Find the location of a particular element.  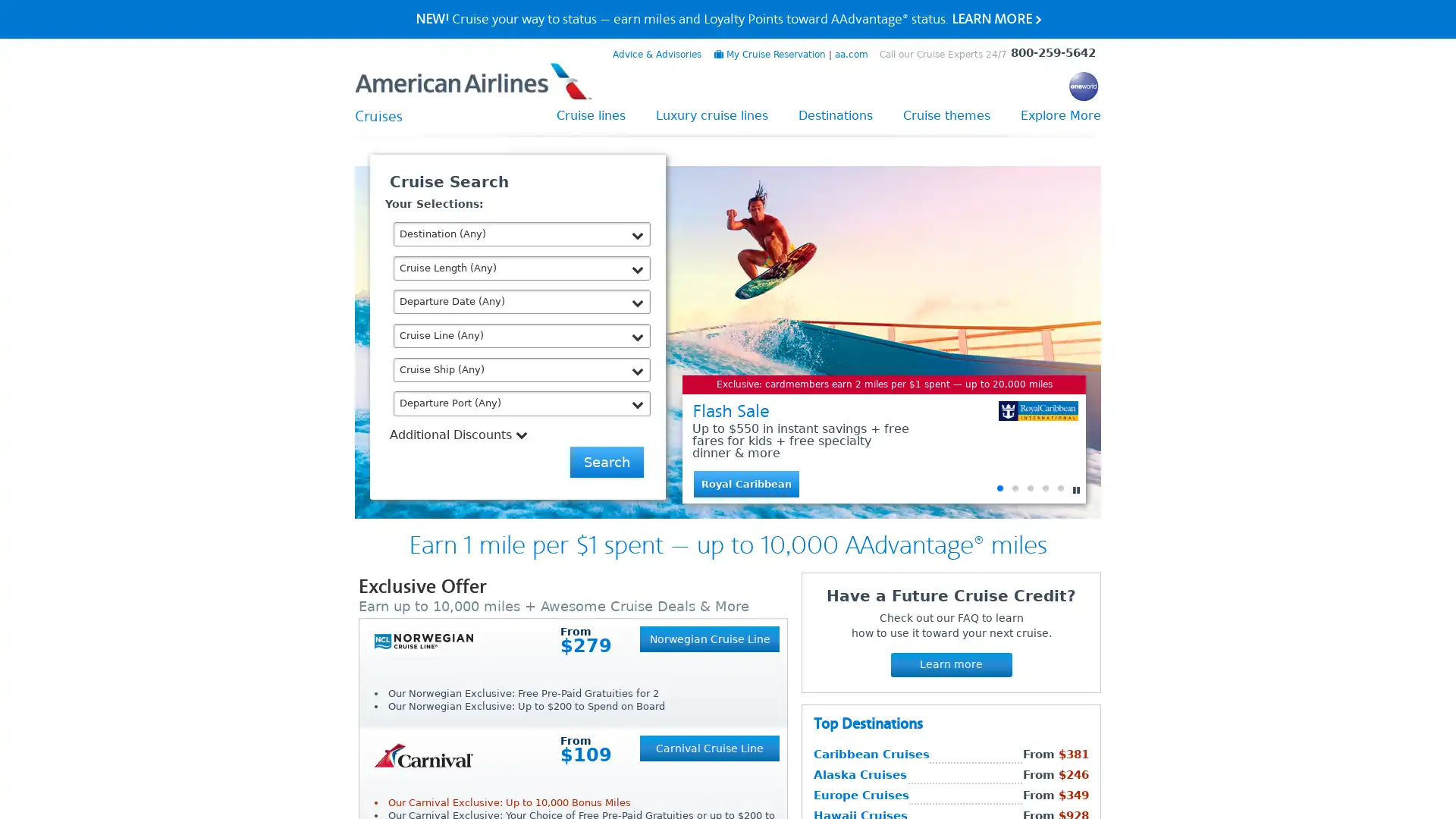

Pause is located at coordinates (1075, 489).